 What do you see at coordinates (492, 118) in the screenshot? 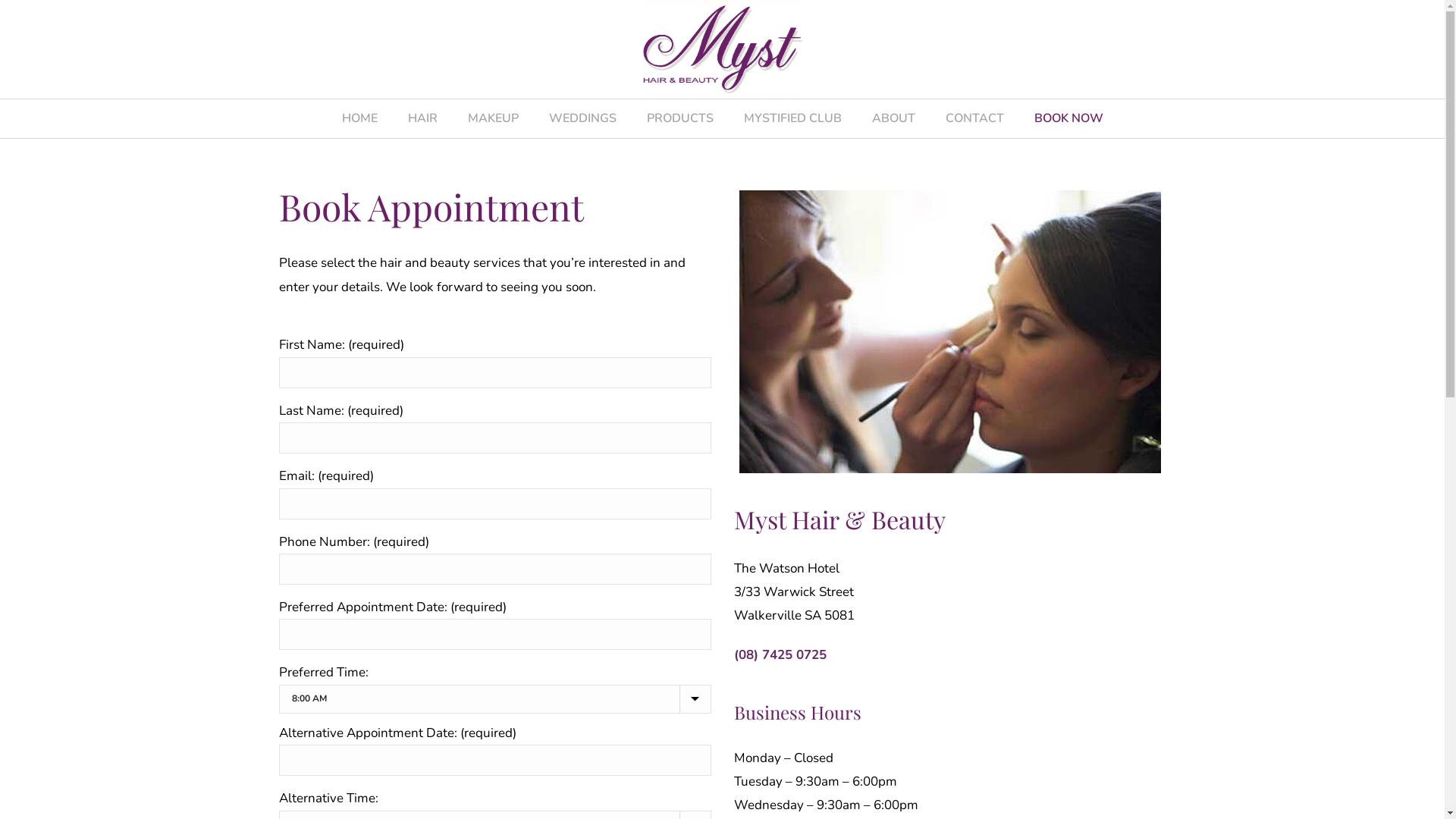
I see `'MAKEUP'` at bounding box center [492, 118].